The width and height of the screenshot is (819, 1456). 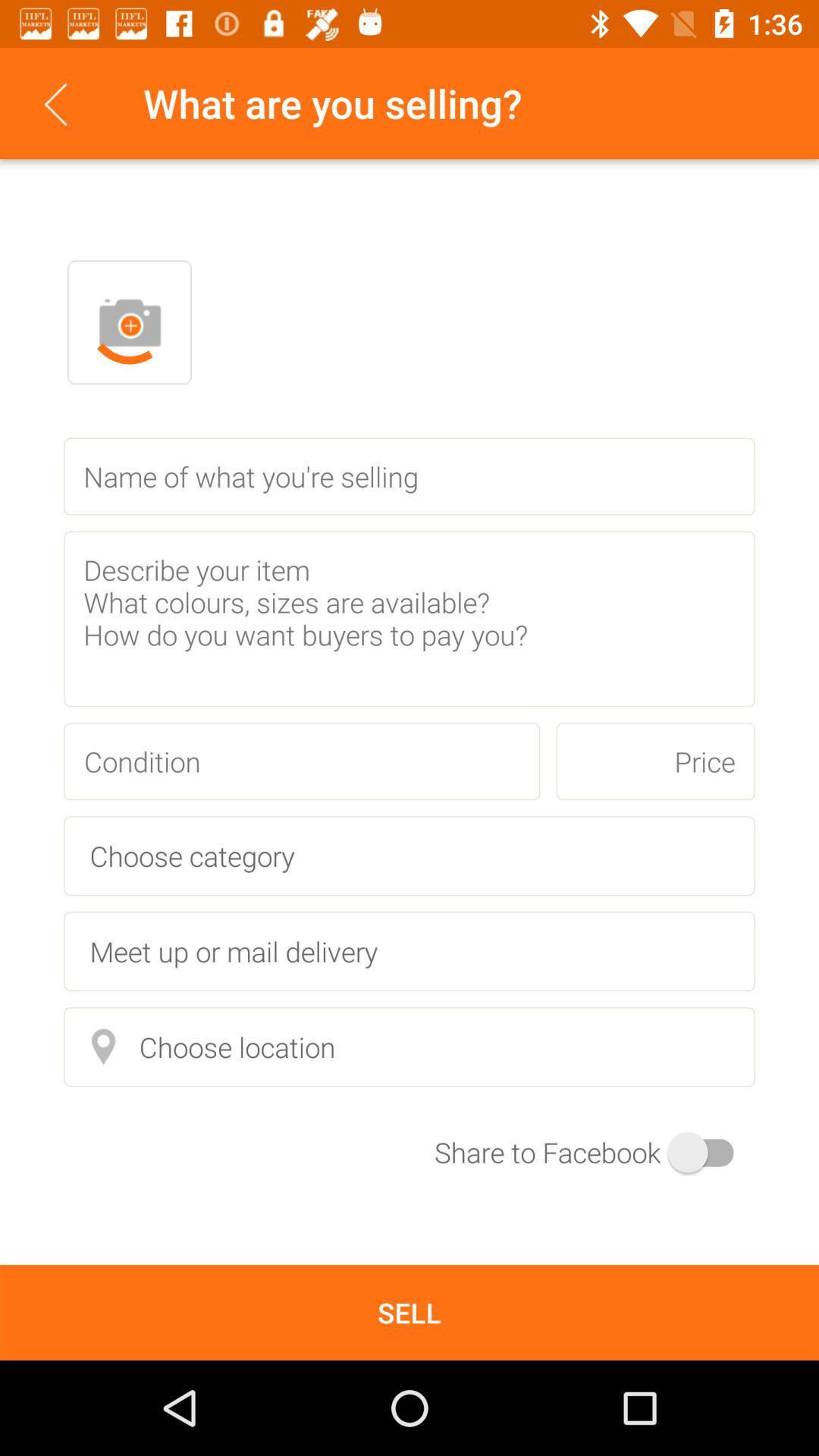 I want to click on space for product name, so click(x=409, y=475).